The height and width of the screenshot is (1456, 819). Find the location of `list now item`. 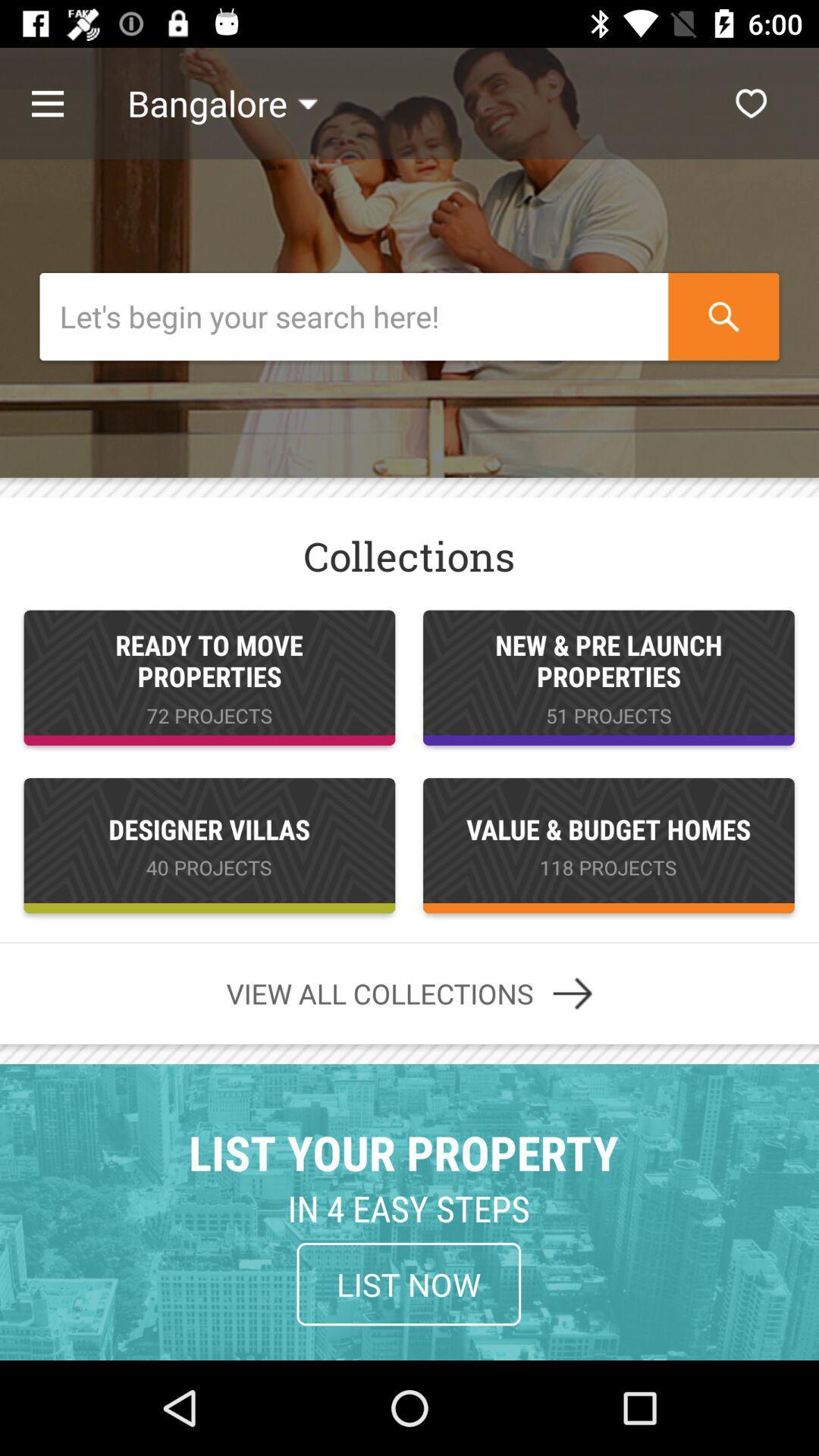

list now item is located at coordinates (408, 1283).